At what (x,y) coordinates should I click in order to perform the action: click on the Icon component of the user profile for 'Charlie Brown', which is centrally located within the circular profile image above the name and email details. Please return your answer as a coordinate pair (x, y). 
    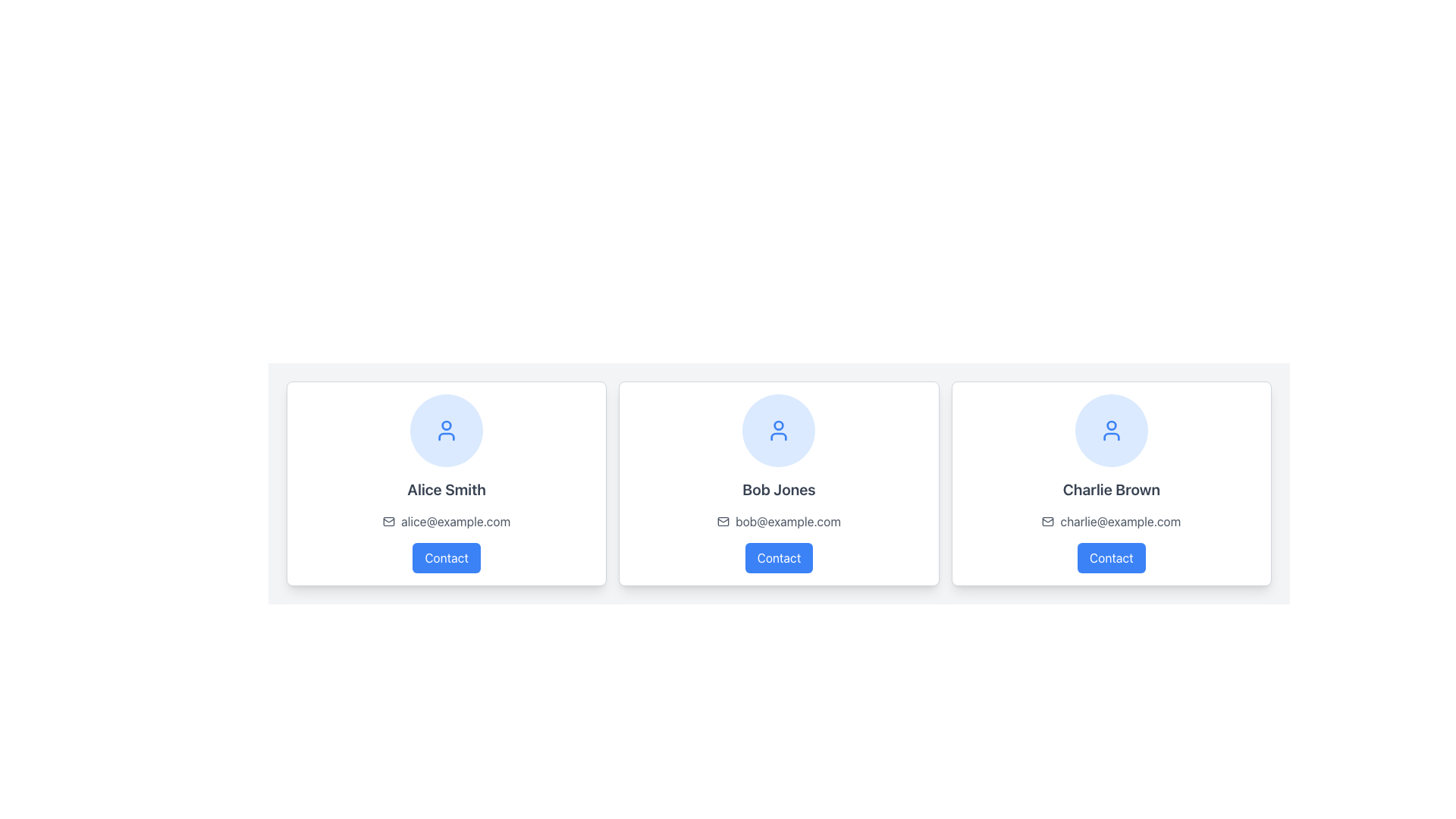
    Looking at the image, I should click on (1111, 425).